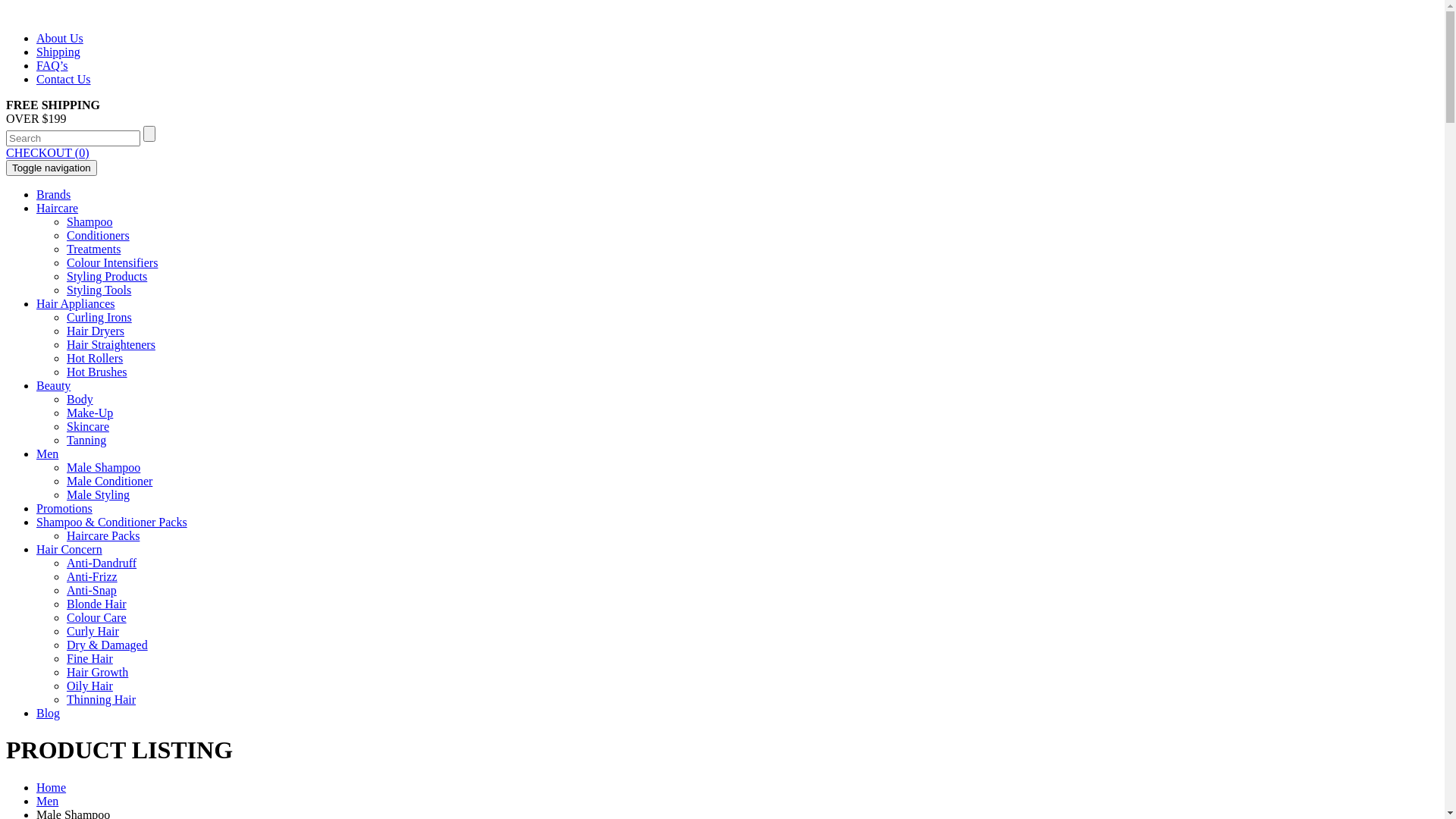 Image resolution: width=1456 pixels, height=819 pixels. What do you see at coordinates (36, 786) in the screenshot?
I see `'Home'` at bounding box center [36, 786].